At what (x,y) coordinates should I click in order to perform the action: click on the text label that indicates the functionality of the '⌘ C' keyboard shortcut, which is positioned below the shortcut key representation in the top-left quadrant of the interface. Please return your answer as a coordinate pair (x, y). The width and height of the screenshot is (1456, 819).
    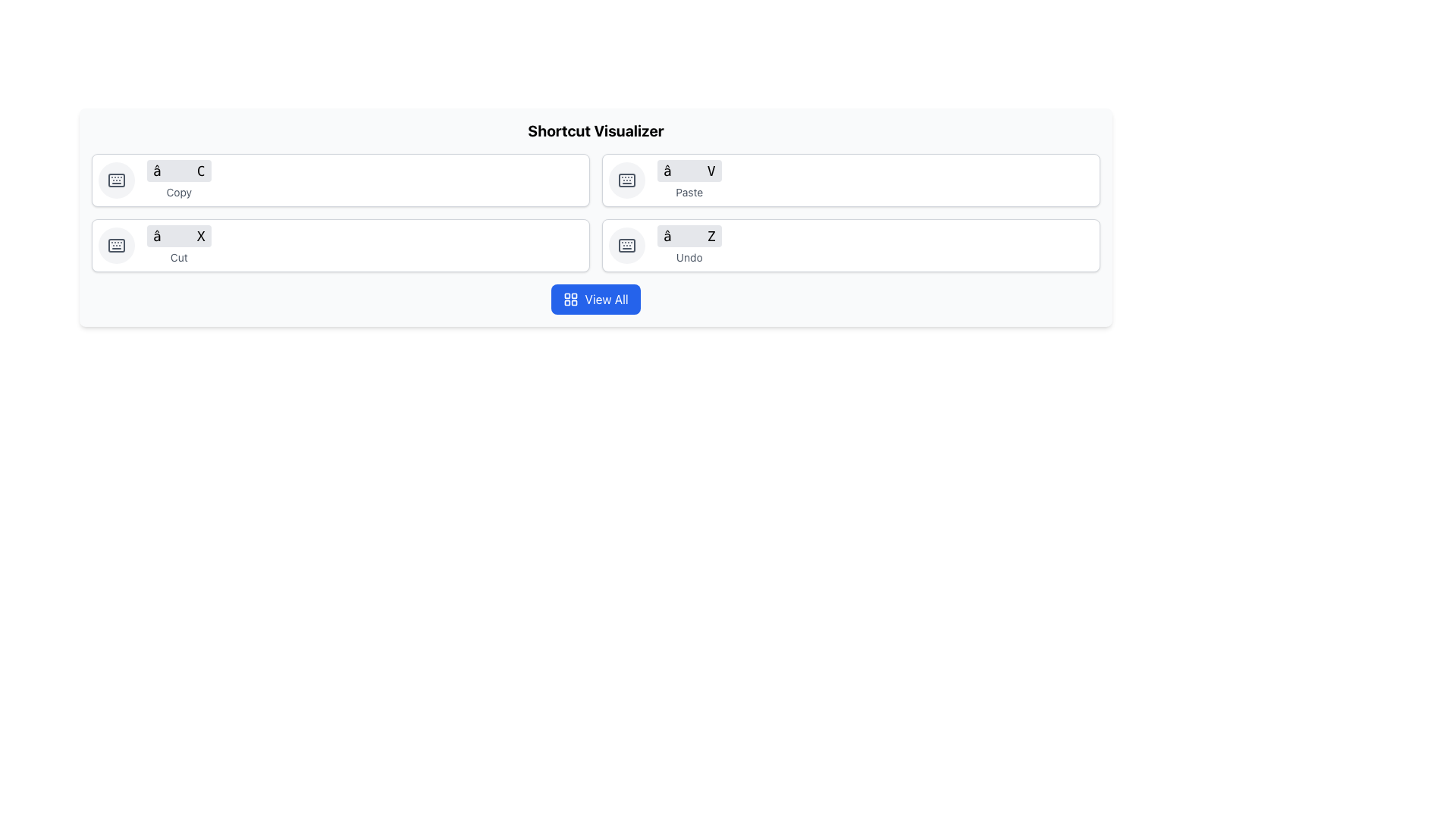
    Looking at the image, I should click on (179, 192).